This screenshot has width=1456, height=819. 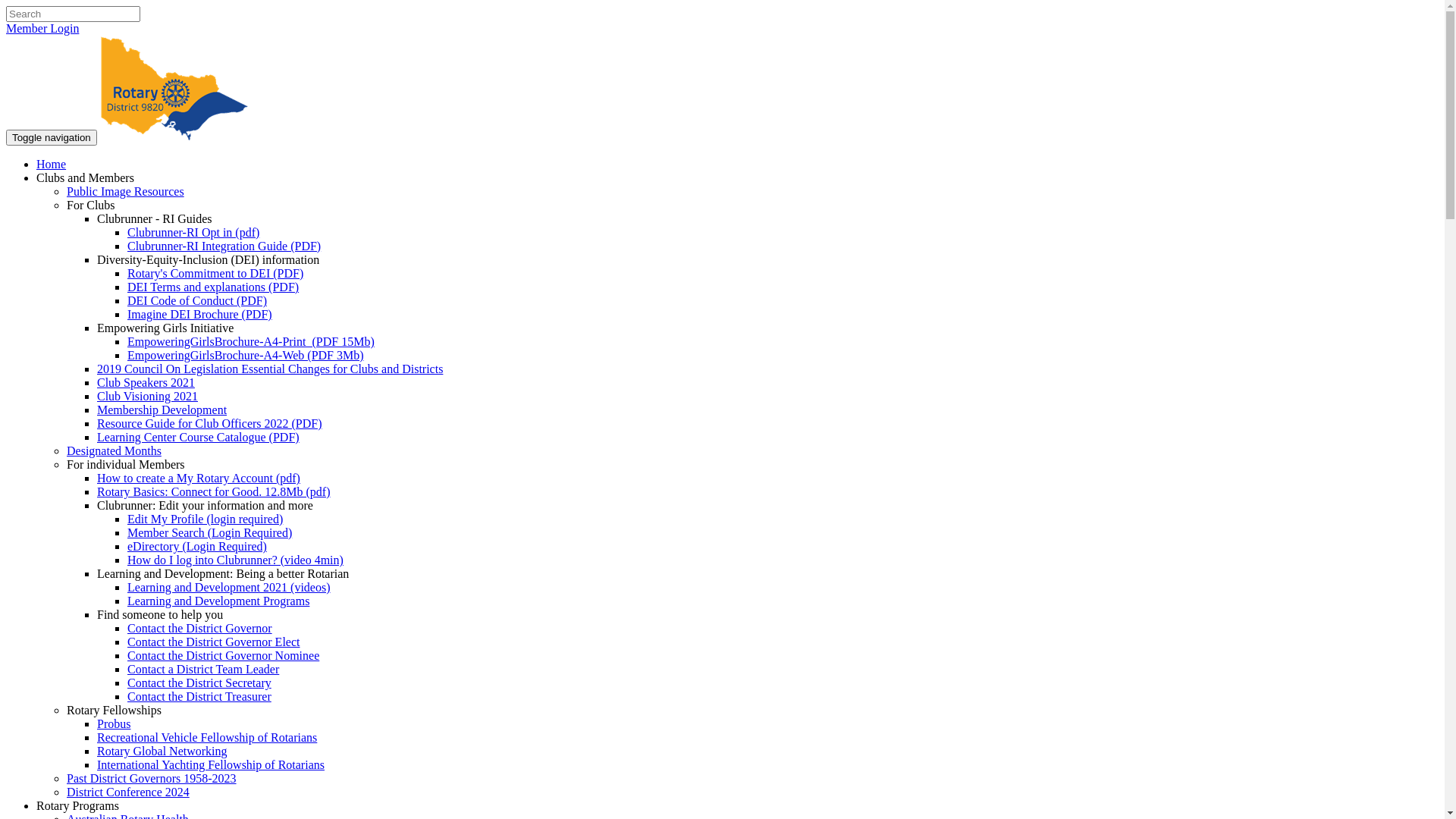 What do you see at coordinates (162, 409) in the screenshot?
I see `'Membership Development'` at bounding box center [162, 409].